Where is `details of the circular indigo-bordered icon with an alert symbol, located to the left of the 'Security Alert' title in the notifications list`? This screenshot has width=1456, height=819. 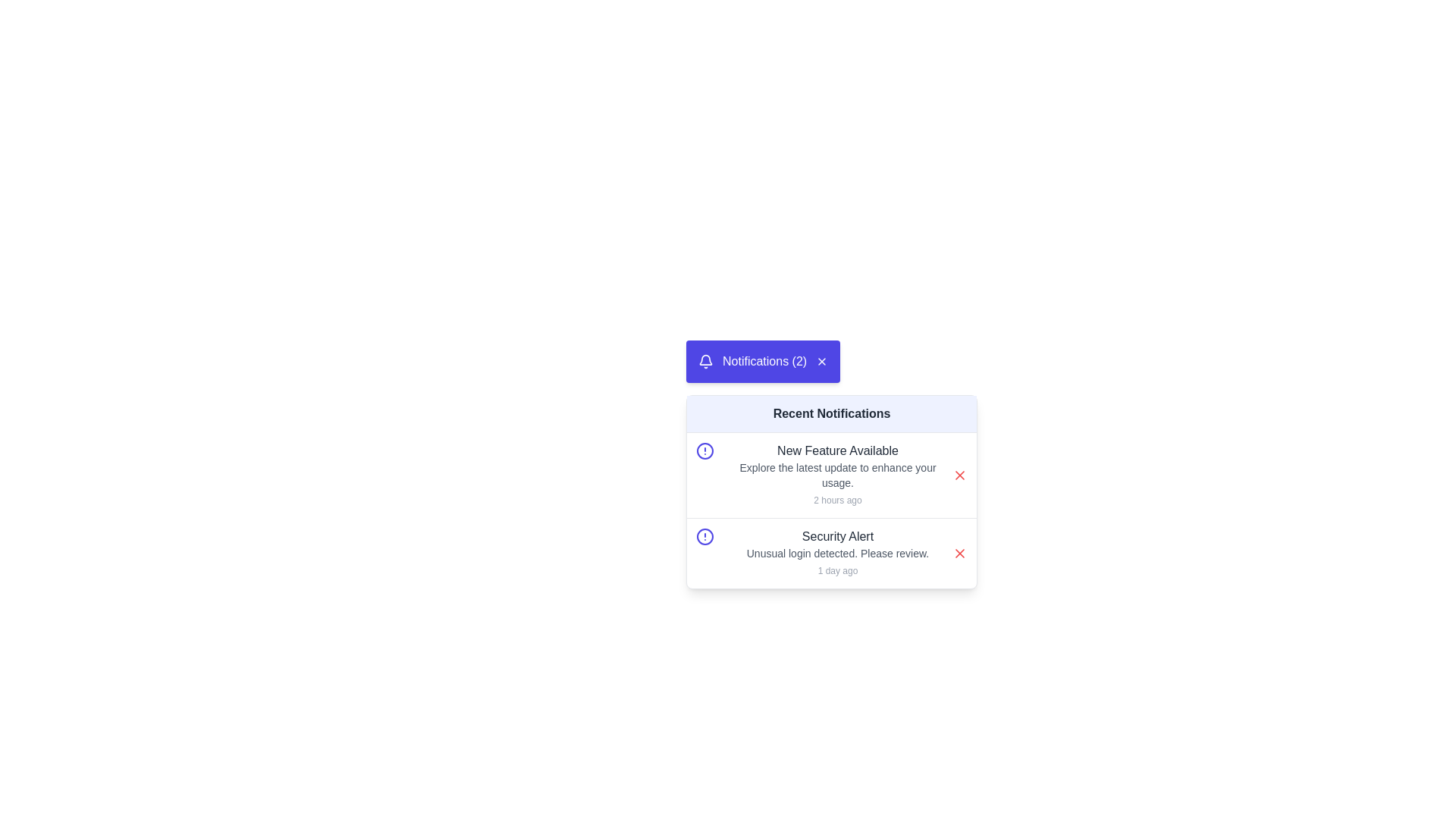
details of the circular indigo-bordered icon with an alert symbol, located to the left of the 'Security Alert' title in the notifications list is located at coordinates (704, 536).